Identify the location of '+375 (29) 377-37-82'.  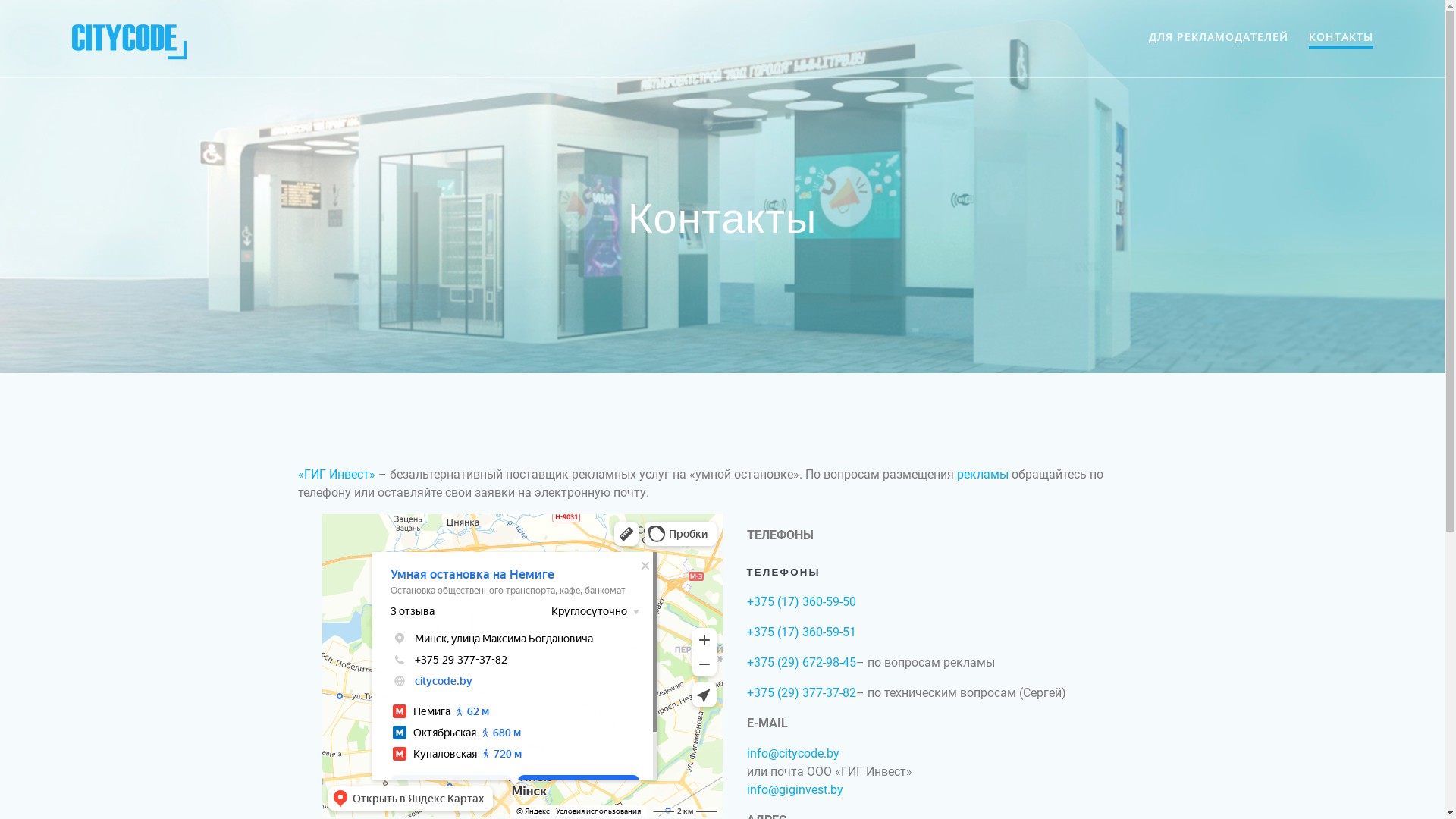
(800, 692).